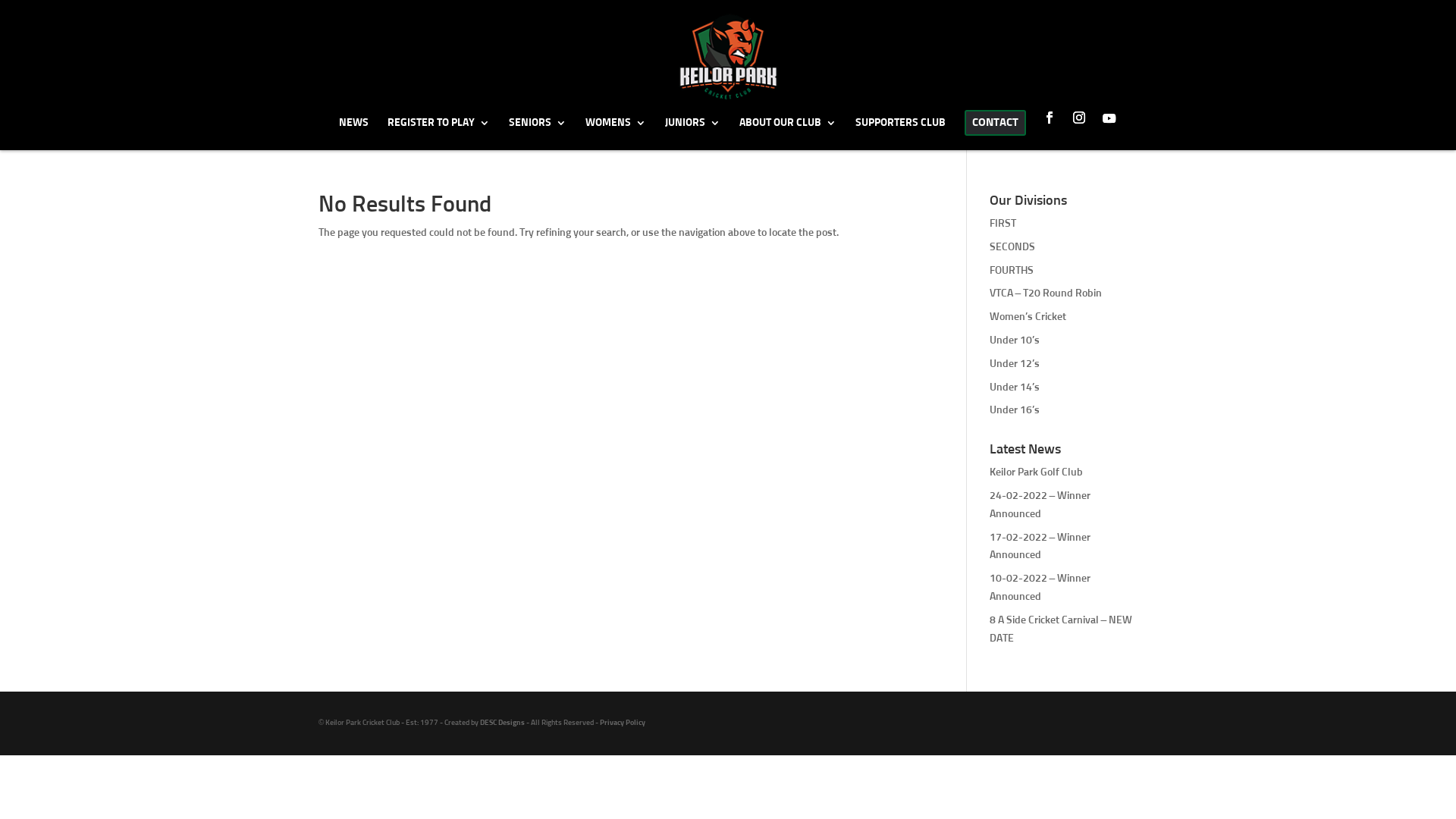  What do you see at coordinates (990, 270) in the screenshot?
I see `'FOURTHS'` at bounding box center [990, 270].